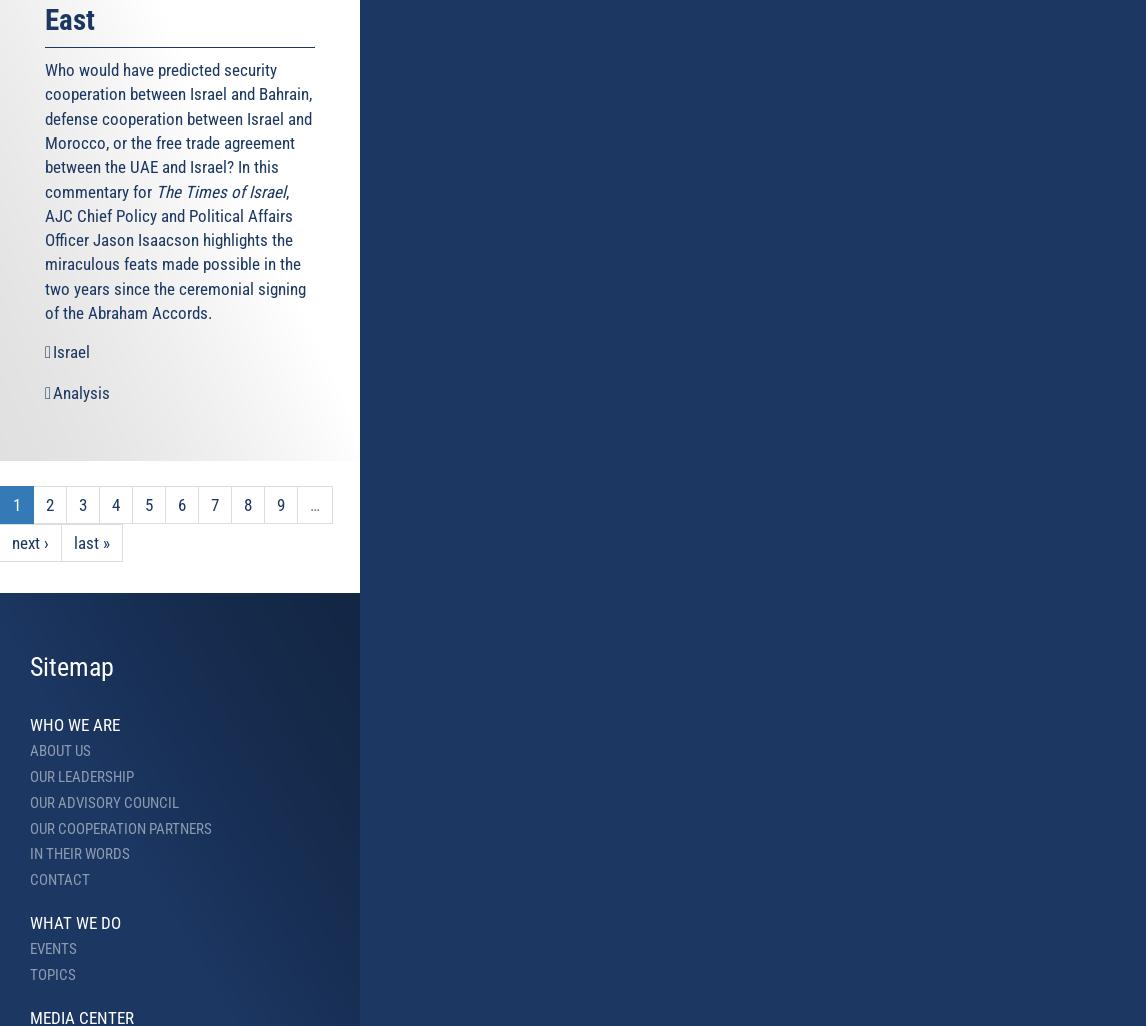  Describe the element at coordinates (30, 801) in the screenshot. I see `'Our Advisory Council'` at that location.